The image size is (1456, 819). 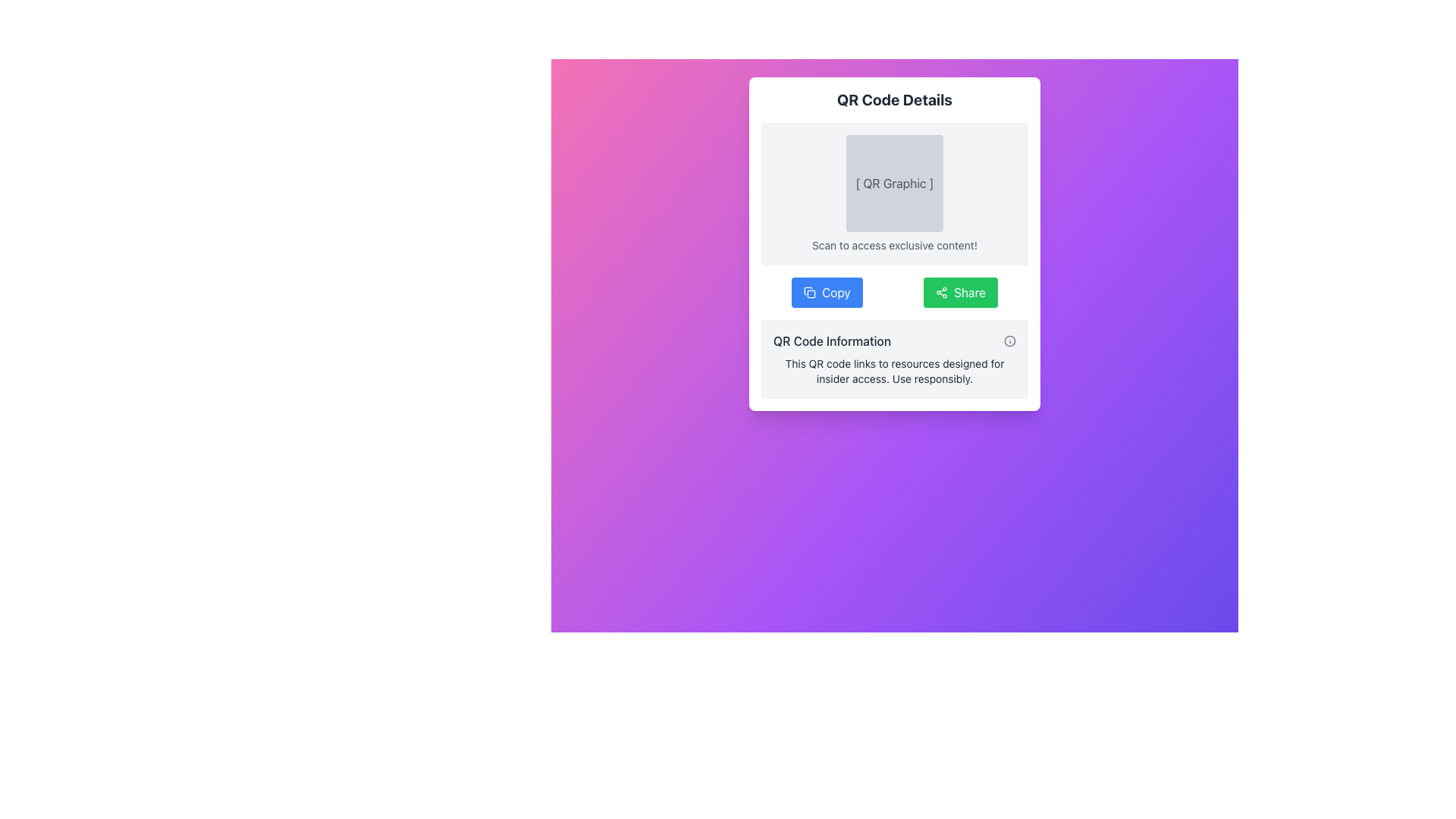 I want to click on descriptive text label that instructs users to scan the QR code above for exclusive content, located horizontally centered below the QR code graphic, so click(x=895, y=245).